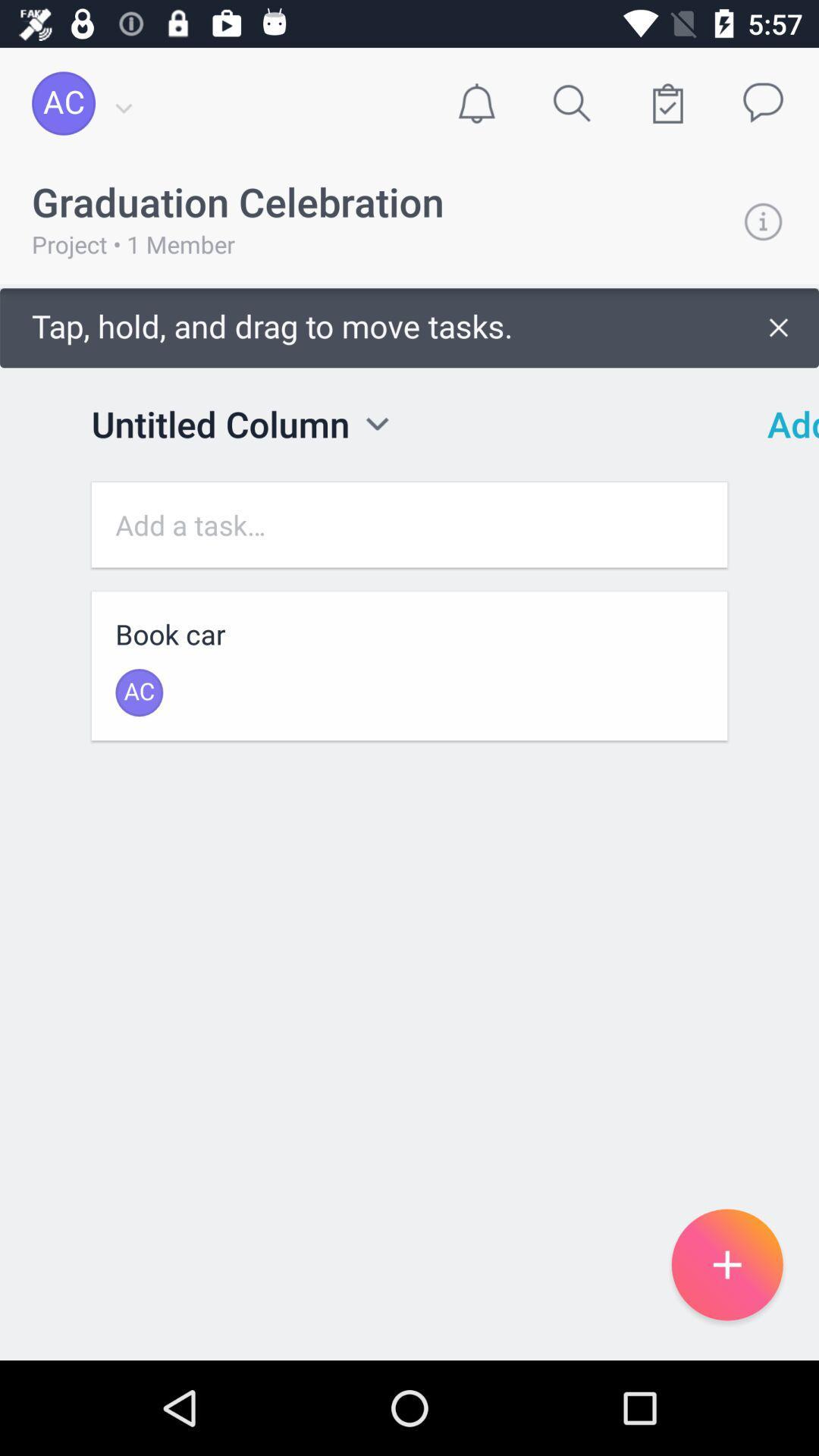  I want to click on icon to the right of the tap hold and, so click(783, 424).